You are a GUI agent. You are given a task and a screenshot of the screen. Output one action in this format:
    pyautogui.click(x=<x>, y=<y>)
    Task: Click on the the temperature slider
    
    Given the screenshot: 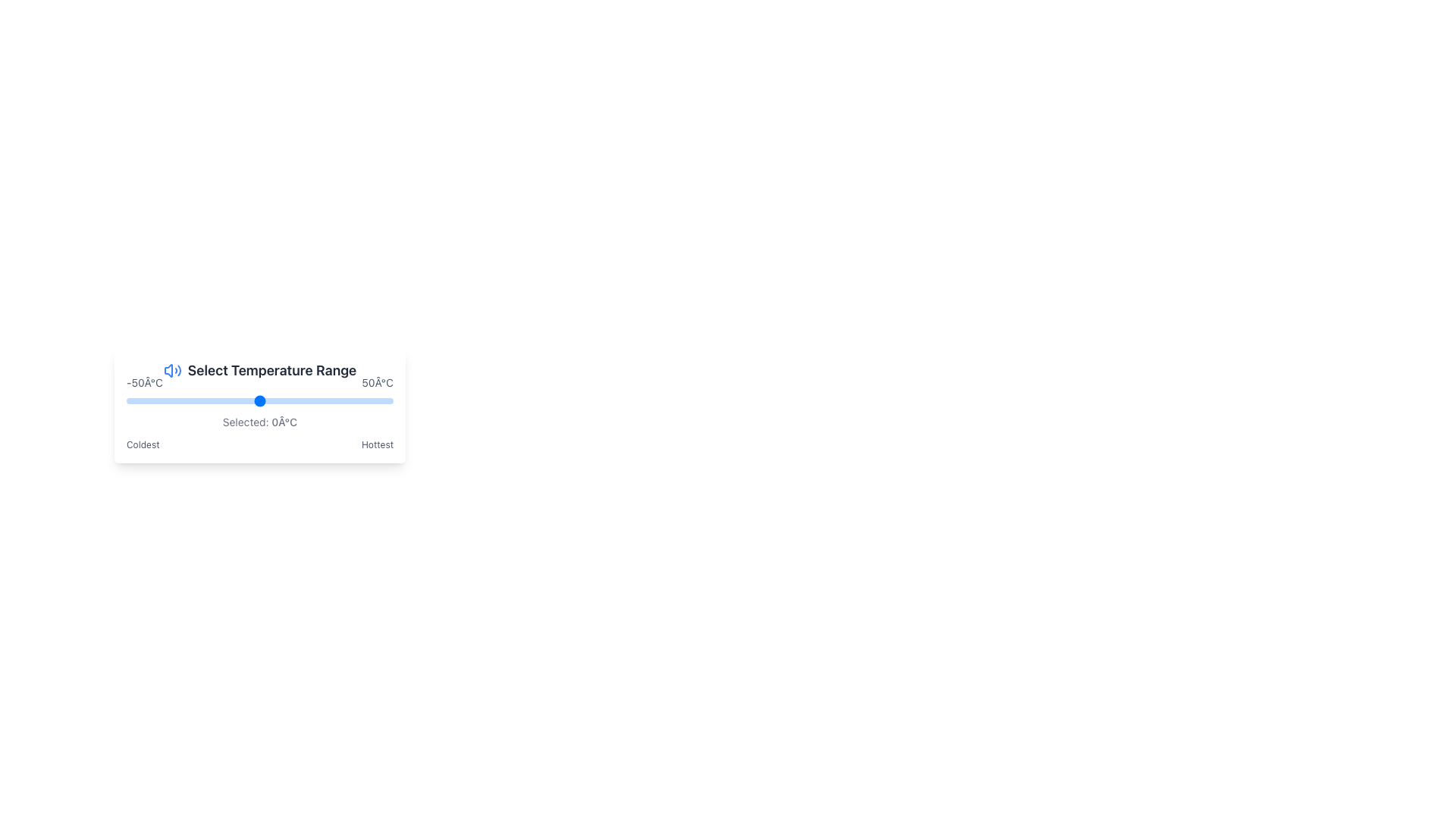 What is the action you would take?
    pyautogui.click(x=227, y=400)
    